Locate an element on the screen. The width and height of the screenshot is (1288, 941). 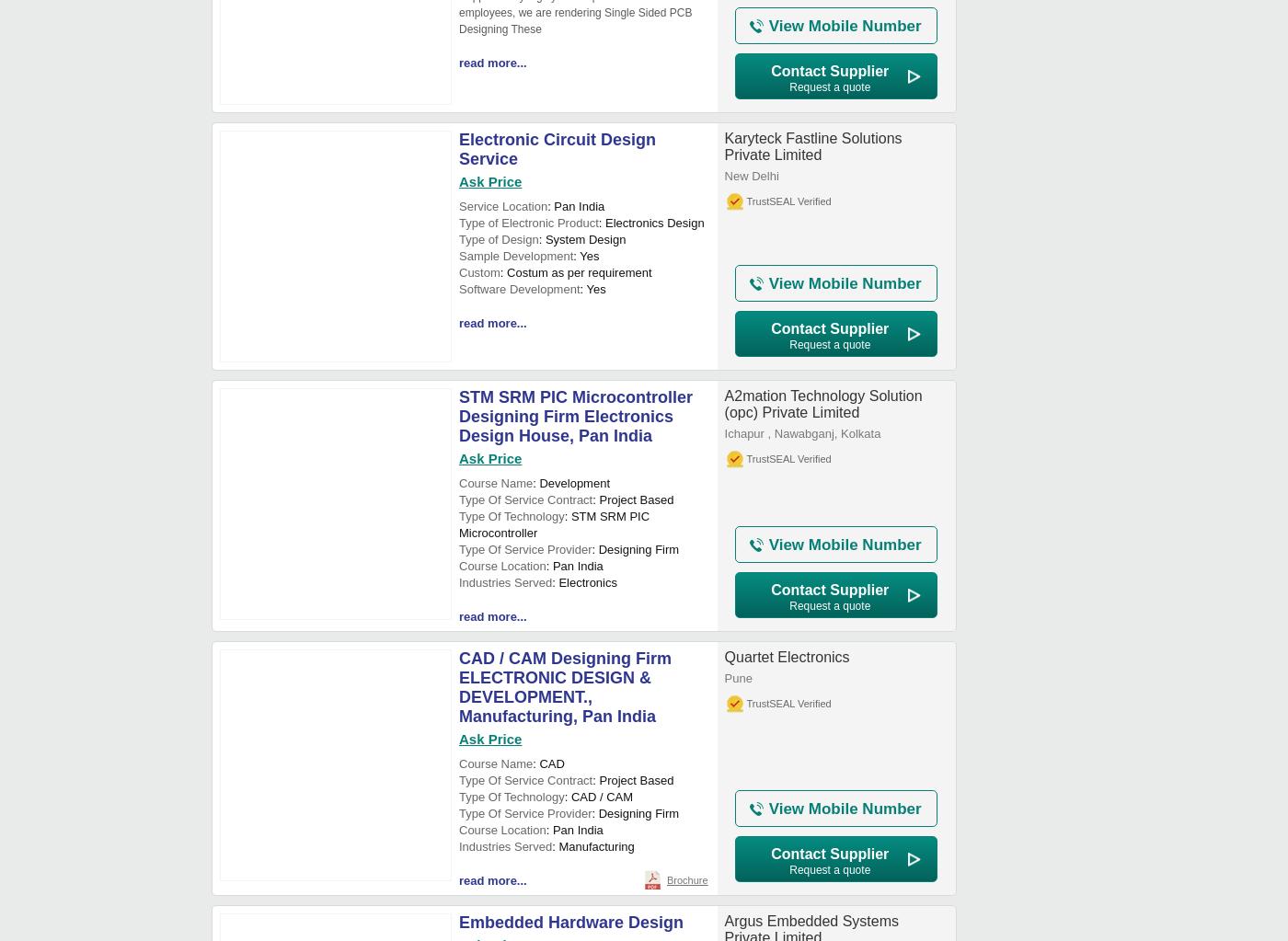
'Electronic Circuit Design Service' is located at coordinates (558, 149).